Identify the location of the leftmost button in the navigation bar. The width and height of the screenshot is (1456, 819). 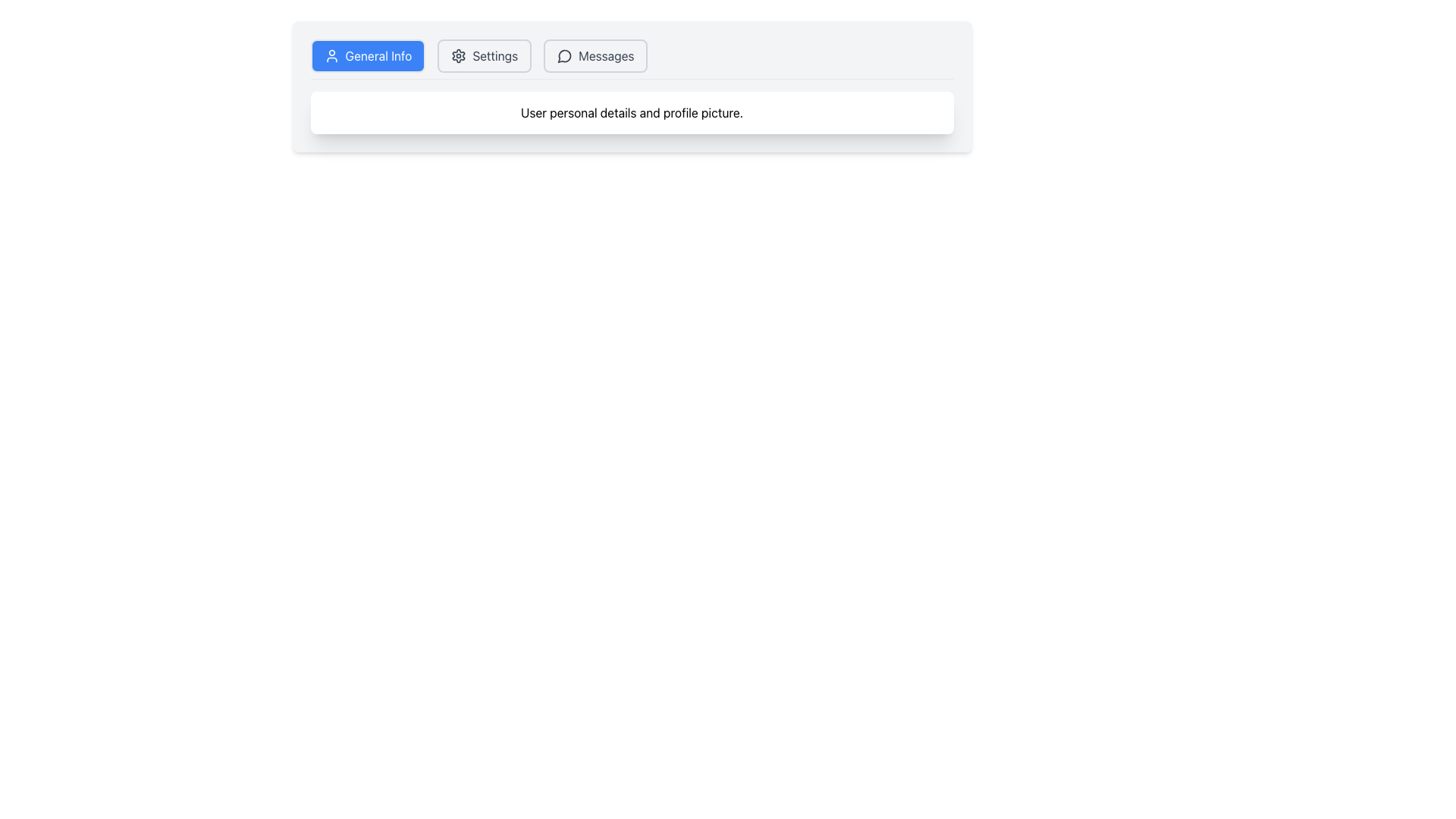
(368, 55).